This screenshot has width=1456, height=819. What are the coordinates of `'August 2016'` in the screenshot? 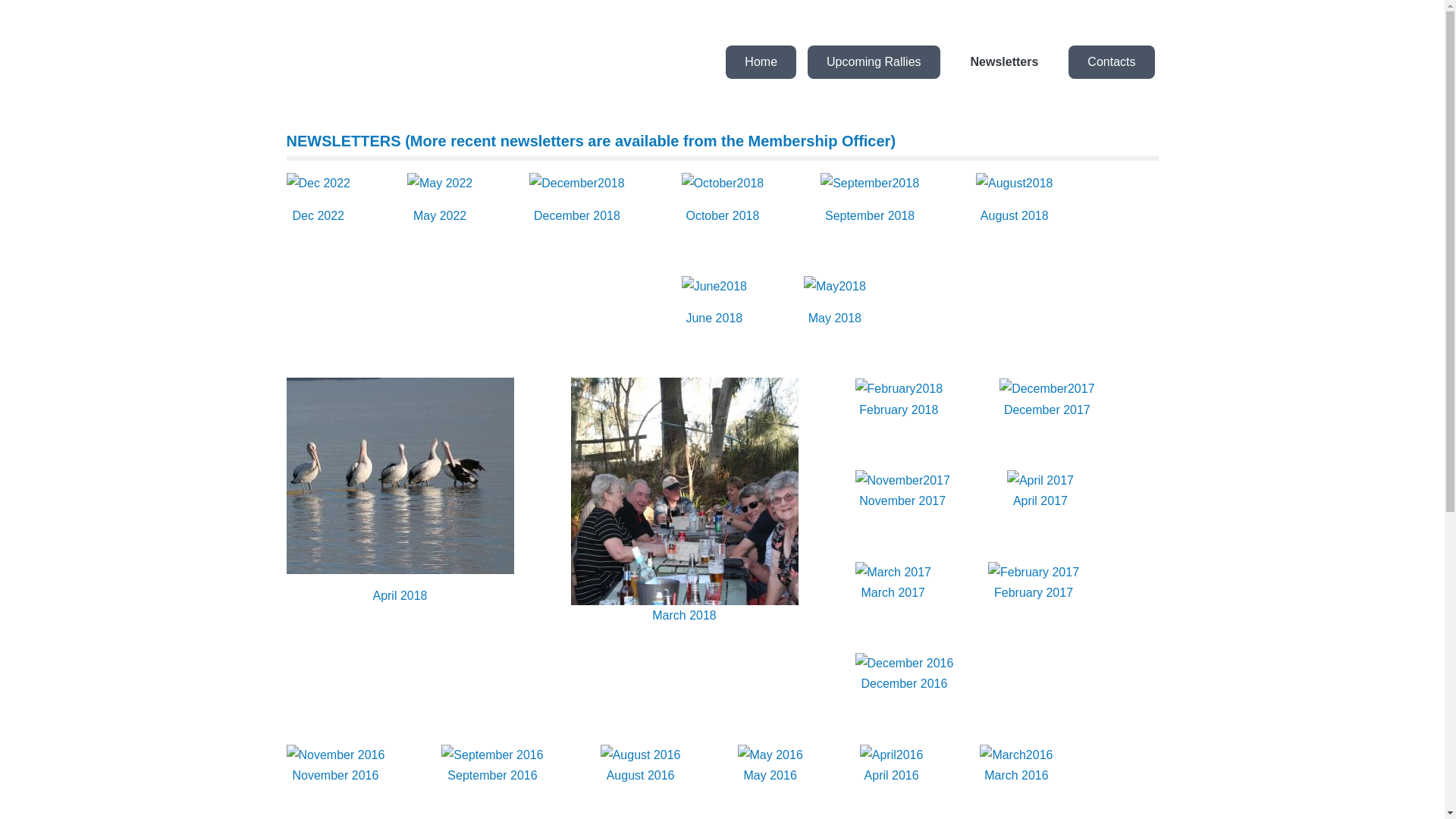 It's located at (607, 775).